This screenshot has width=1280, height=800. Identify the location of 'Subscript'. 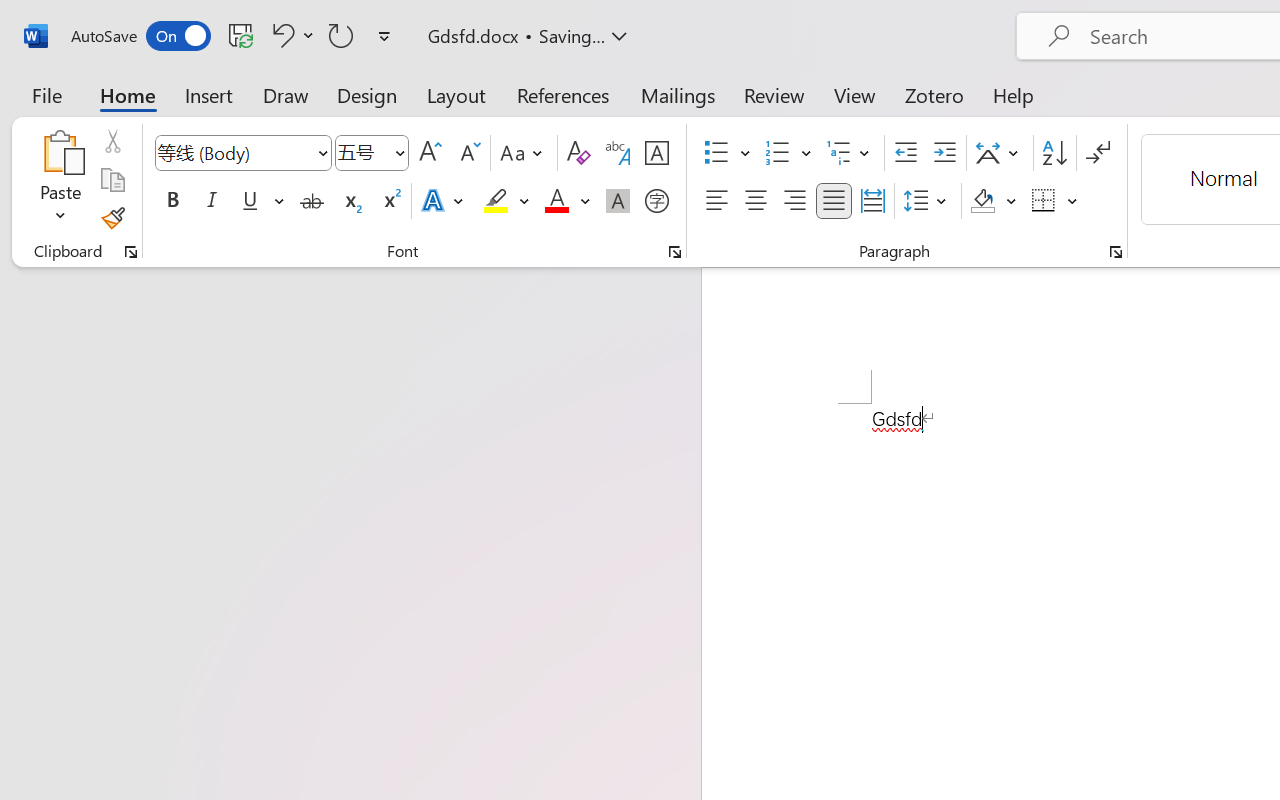
(350, 201).